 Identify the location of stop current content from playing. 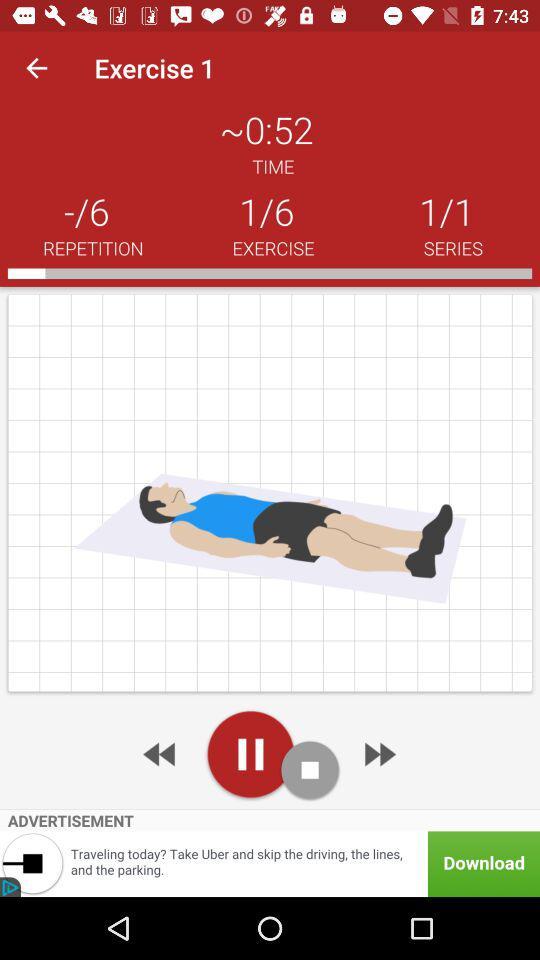
(310, 769).